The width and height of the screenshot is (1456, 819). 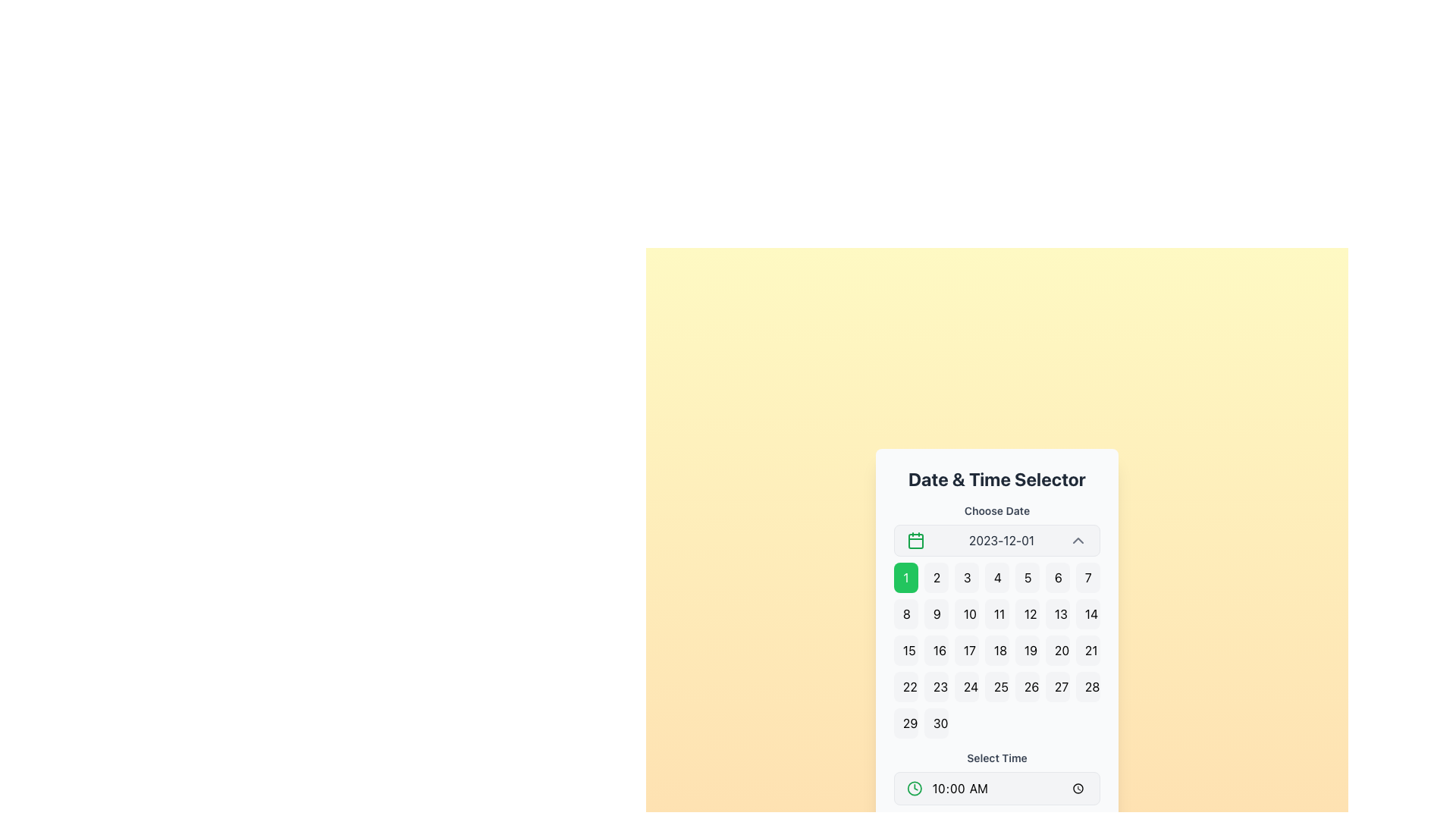 What do you see at coordinates (906, 578) in the screenshot?
I see `the green button displaying the numeral '1' located in the first column of the first row of the grid` at bounding box center [906, 578].